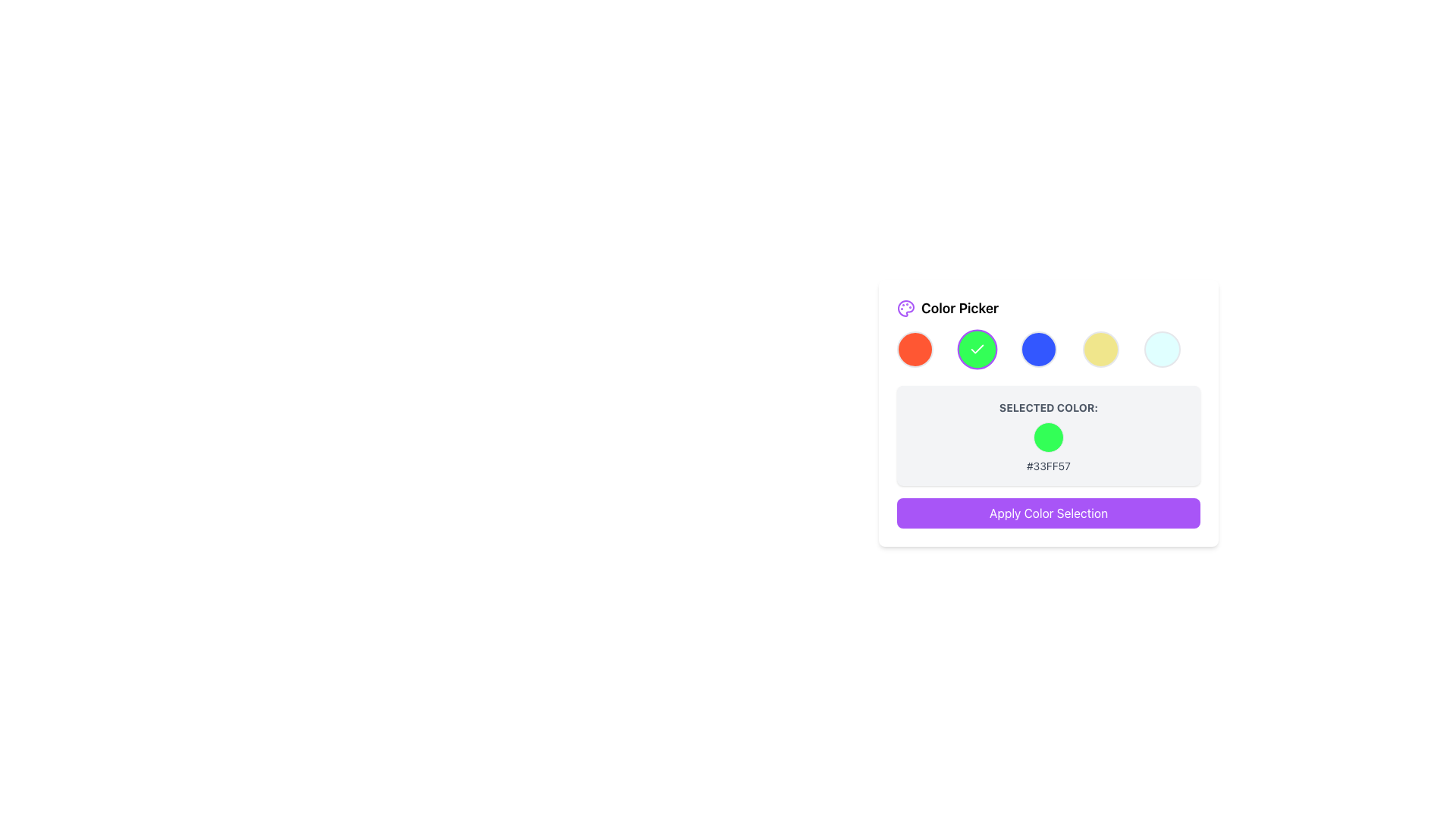 This screenshot has width=1456, height=819. Describe the element at coordinates (977, 350) in the screenshot. I see `the green color option button, which is the second circular option in a horizontal grid of five color options, positioned between the red and blue circles` at that location.